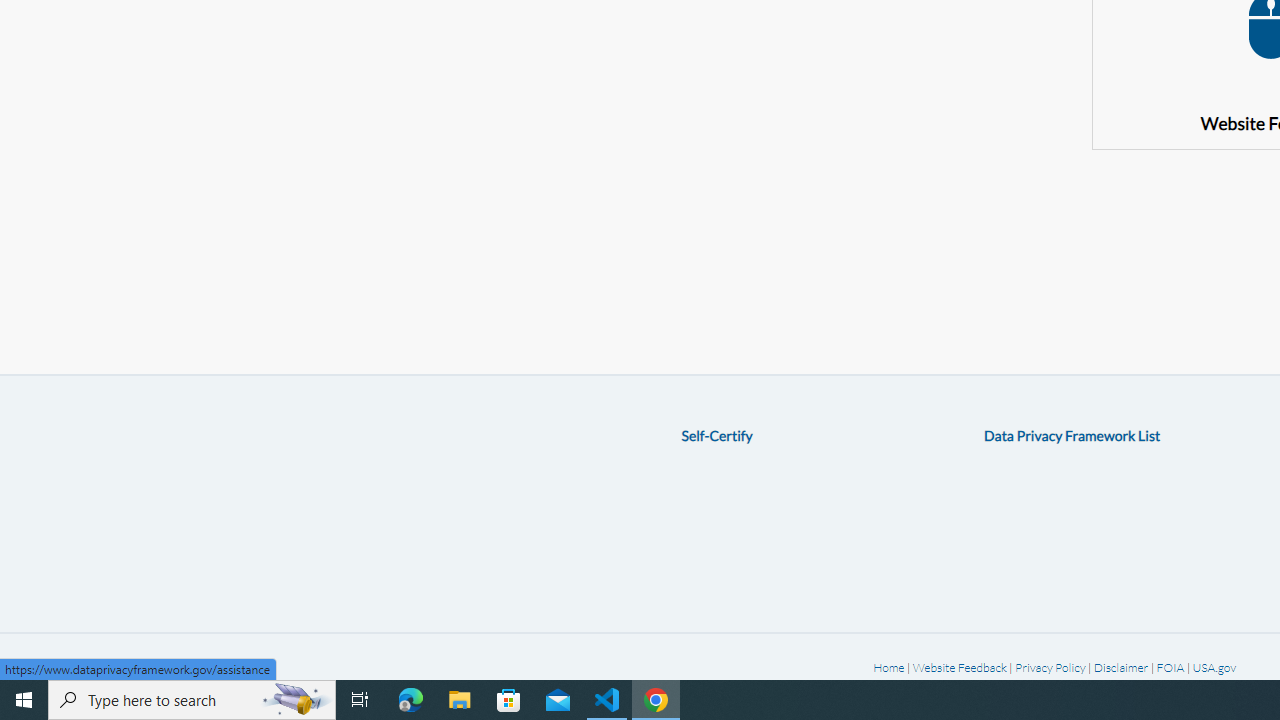 The image size is (1280, 720). What do you see at coordinates (1213, 667) in the screenshot?
I see `'USA.gov'` at bounding box center [1213, 667].